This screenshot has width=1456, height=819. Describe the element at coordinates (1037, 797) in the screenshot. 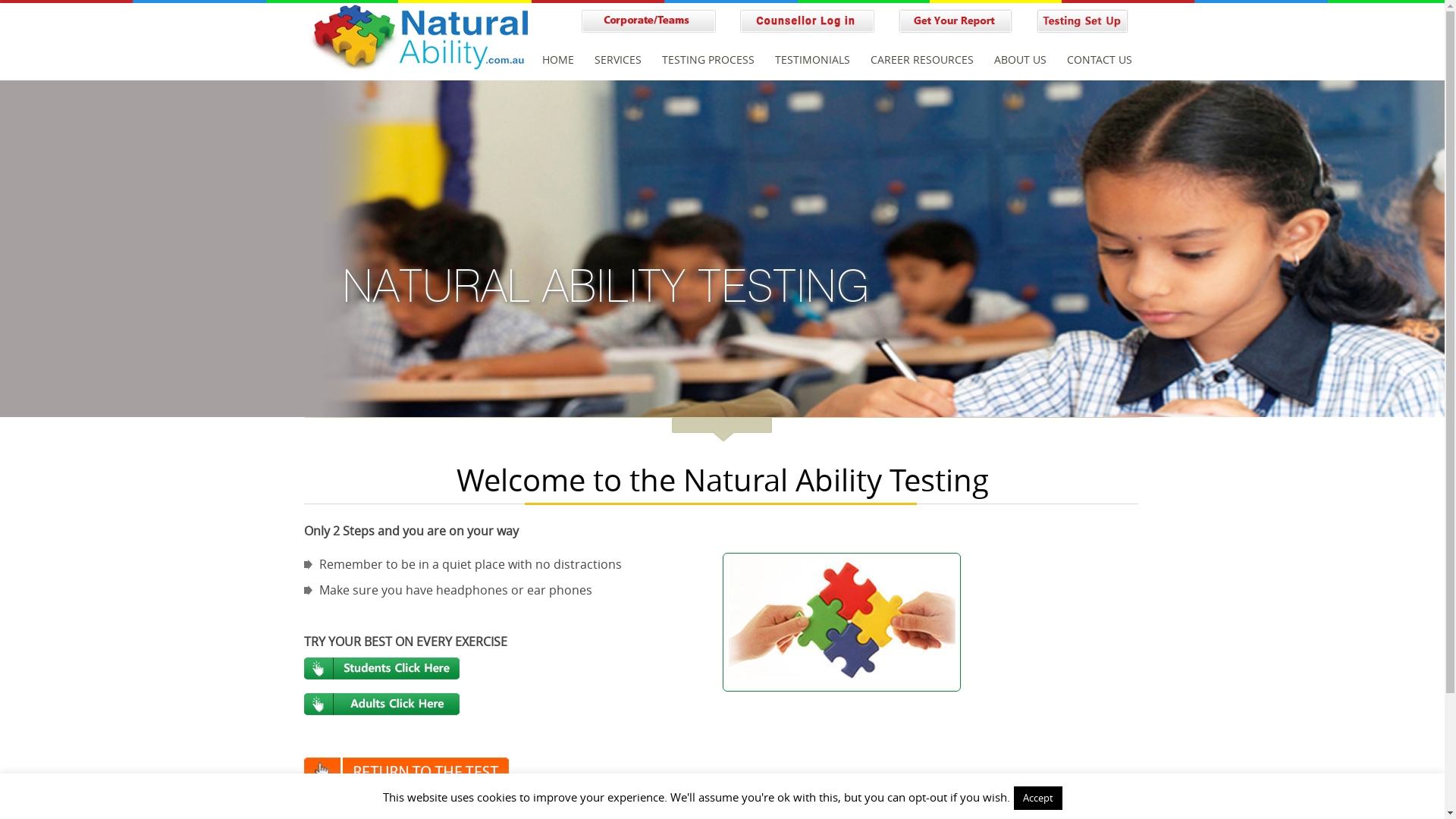

I see `'Accept'` at that location.